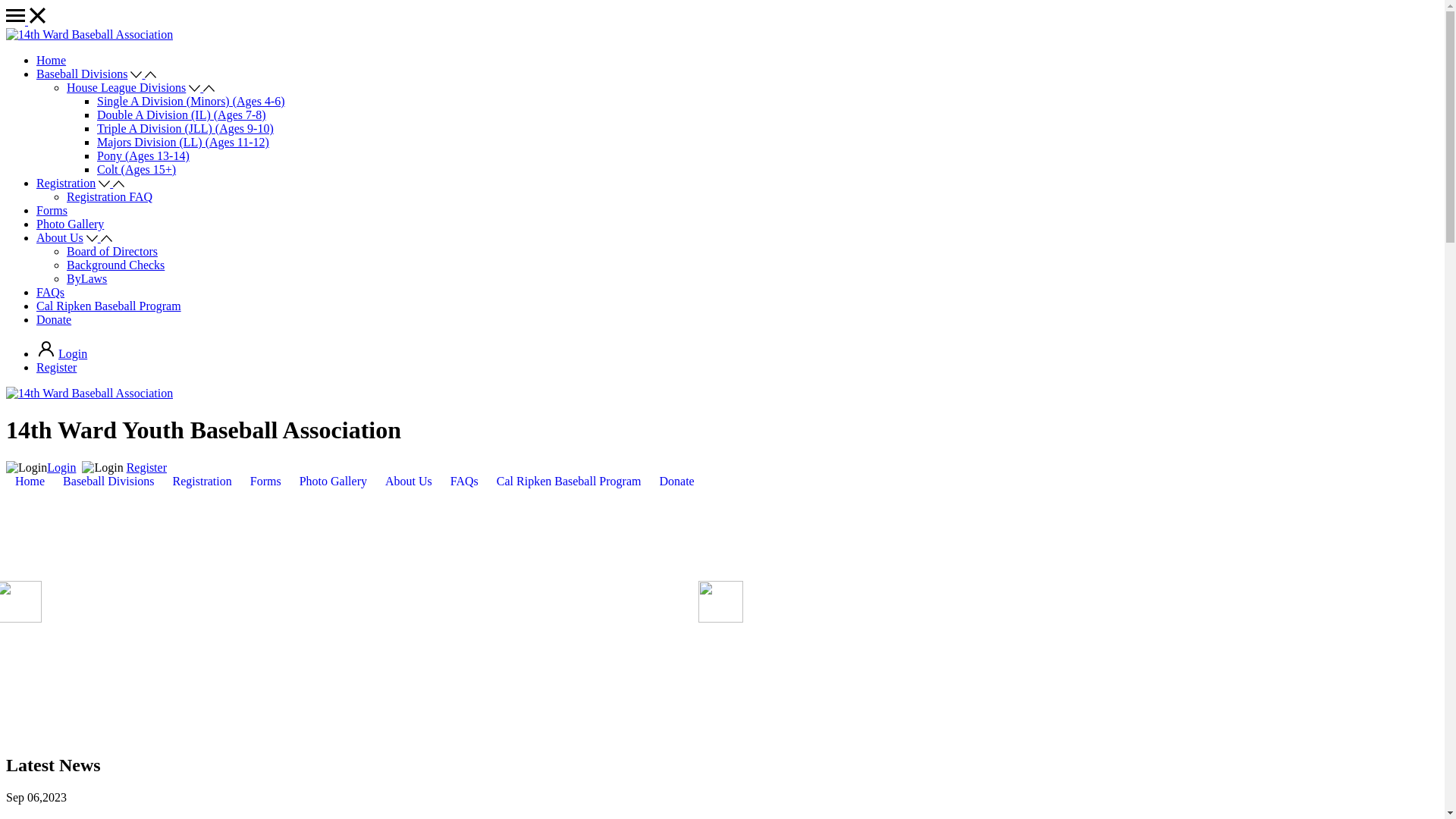 The image size is (1456, 819). Describe the element at coordinates (108, 306) in the screenshot. I see `'Cal Ripken Baseball Program'` at that location.